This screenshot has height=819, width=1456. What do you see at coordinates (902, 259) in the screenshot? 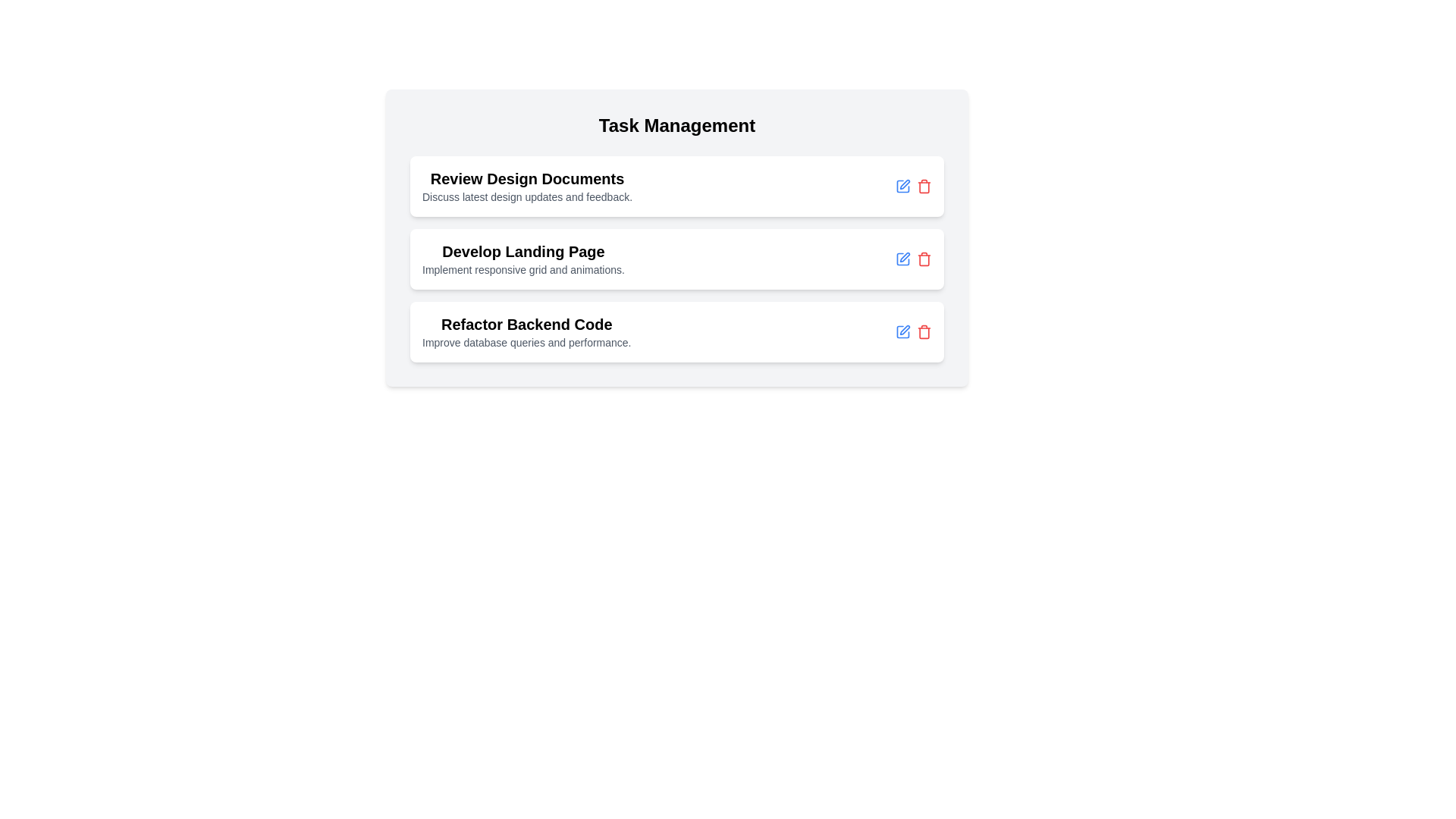
I see `the edit icon, which is a thin, rounded square with a geometric design, located within the third task item on the right side, near the delete icon` at bounding box center [902, 259].